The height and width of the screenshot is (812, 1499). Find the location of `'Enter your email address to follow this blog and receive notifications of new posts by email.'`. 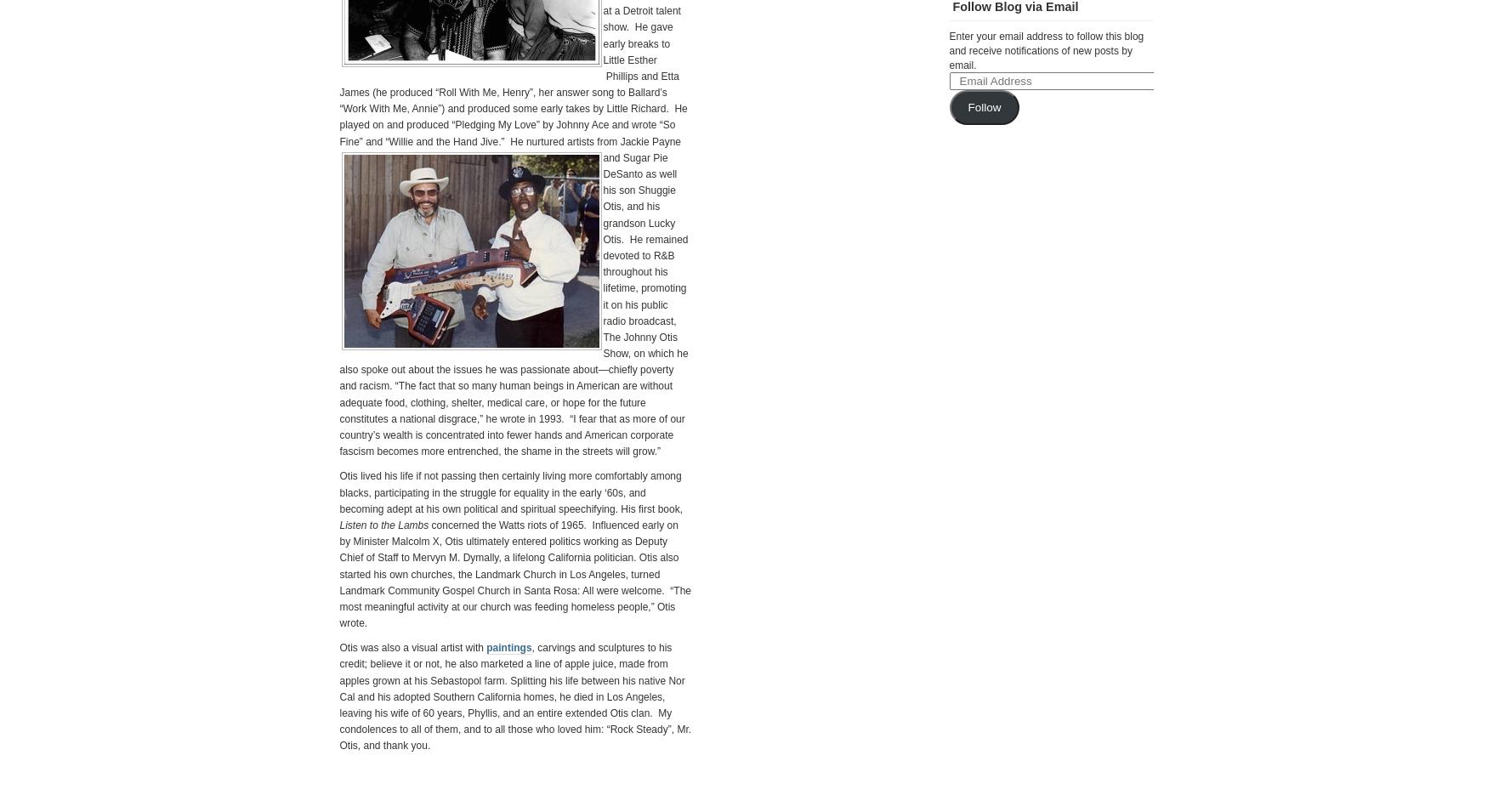

'Enter your email address to follow this blog and receive notifications of new posts by email.' is located at coordinates (1045, 49).